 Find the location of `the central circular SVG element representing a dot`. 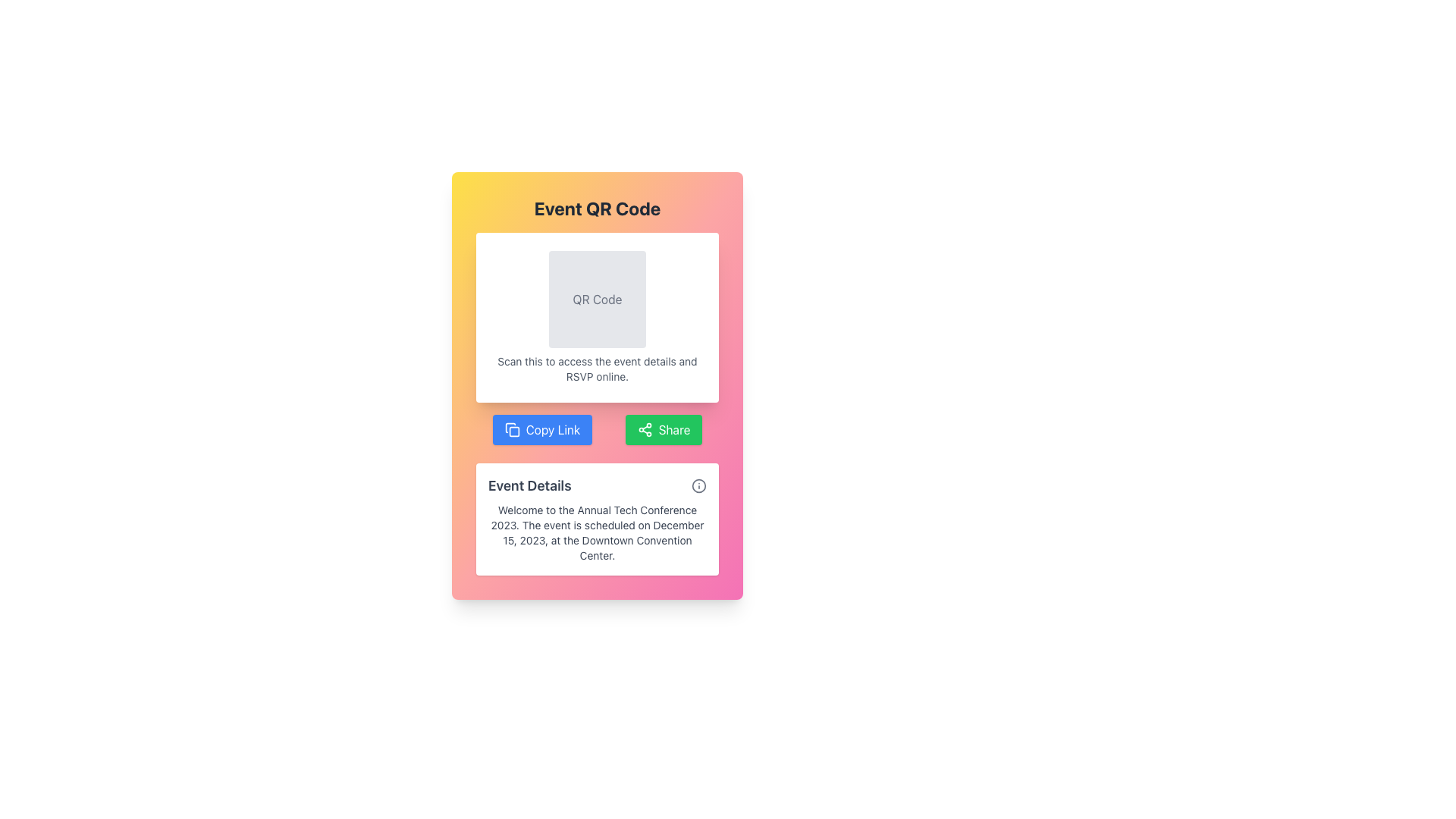

the central circular SVG element representing a dot is located at coordinates (698, 485).